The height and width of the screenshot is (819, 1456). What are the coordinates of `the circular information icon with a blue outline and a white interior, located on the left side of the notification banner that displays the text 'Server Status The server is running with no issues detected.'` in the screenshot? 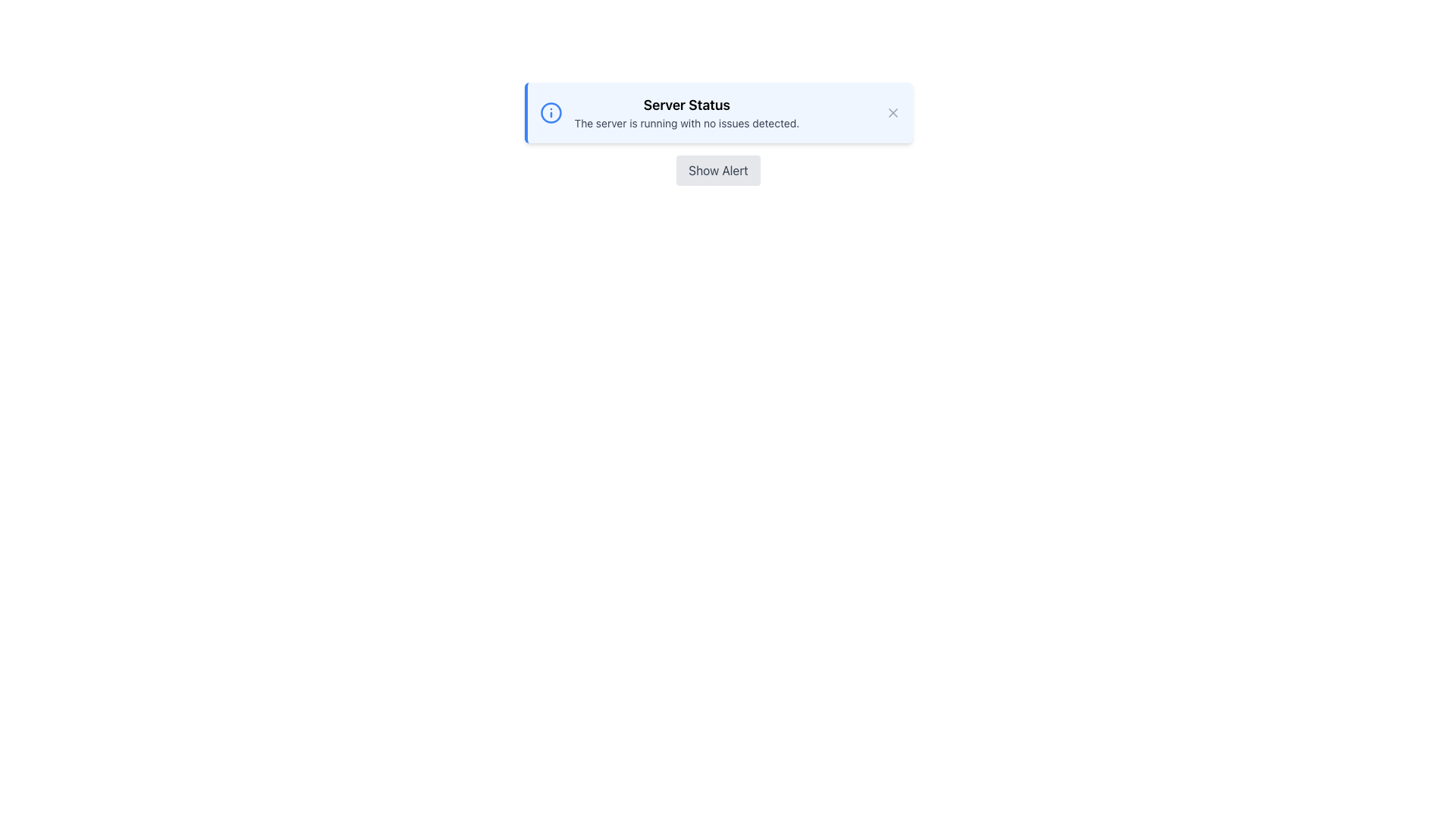 It's located at (550, 112).